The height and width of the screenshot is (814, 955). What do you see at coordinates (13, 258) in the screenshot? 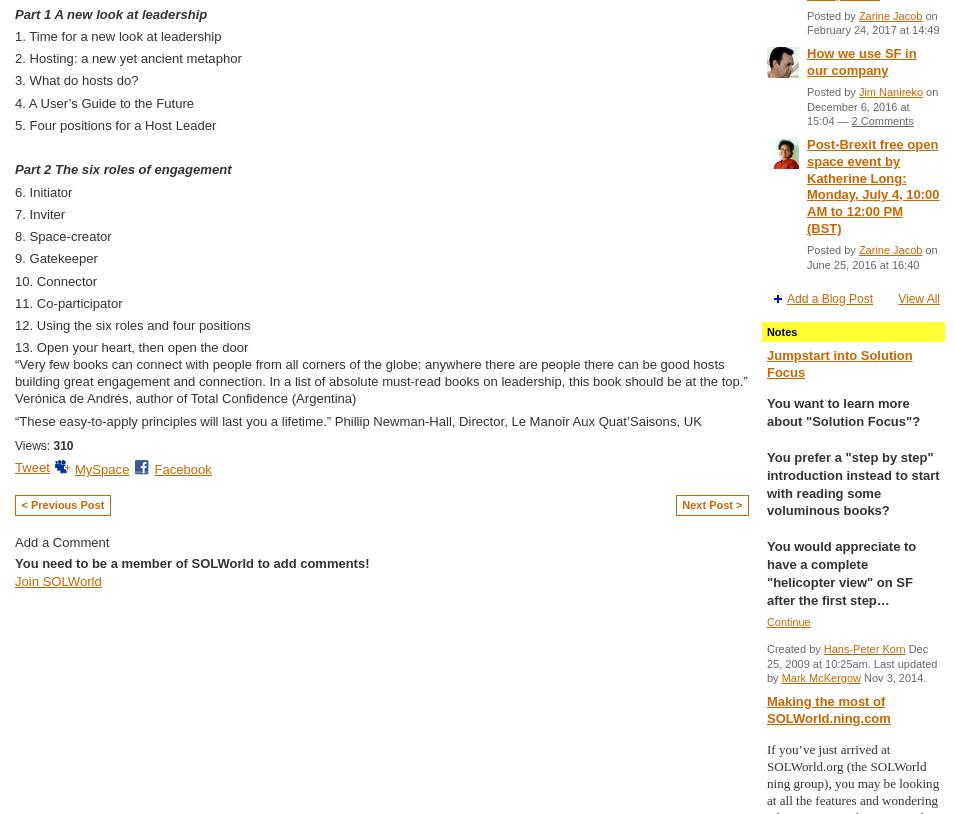
I see `'9. Gatekeeper'` at bounding box center [13, 258].